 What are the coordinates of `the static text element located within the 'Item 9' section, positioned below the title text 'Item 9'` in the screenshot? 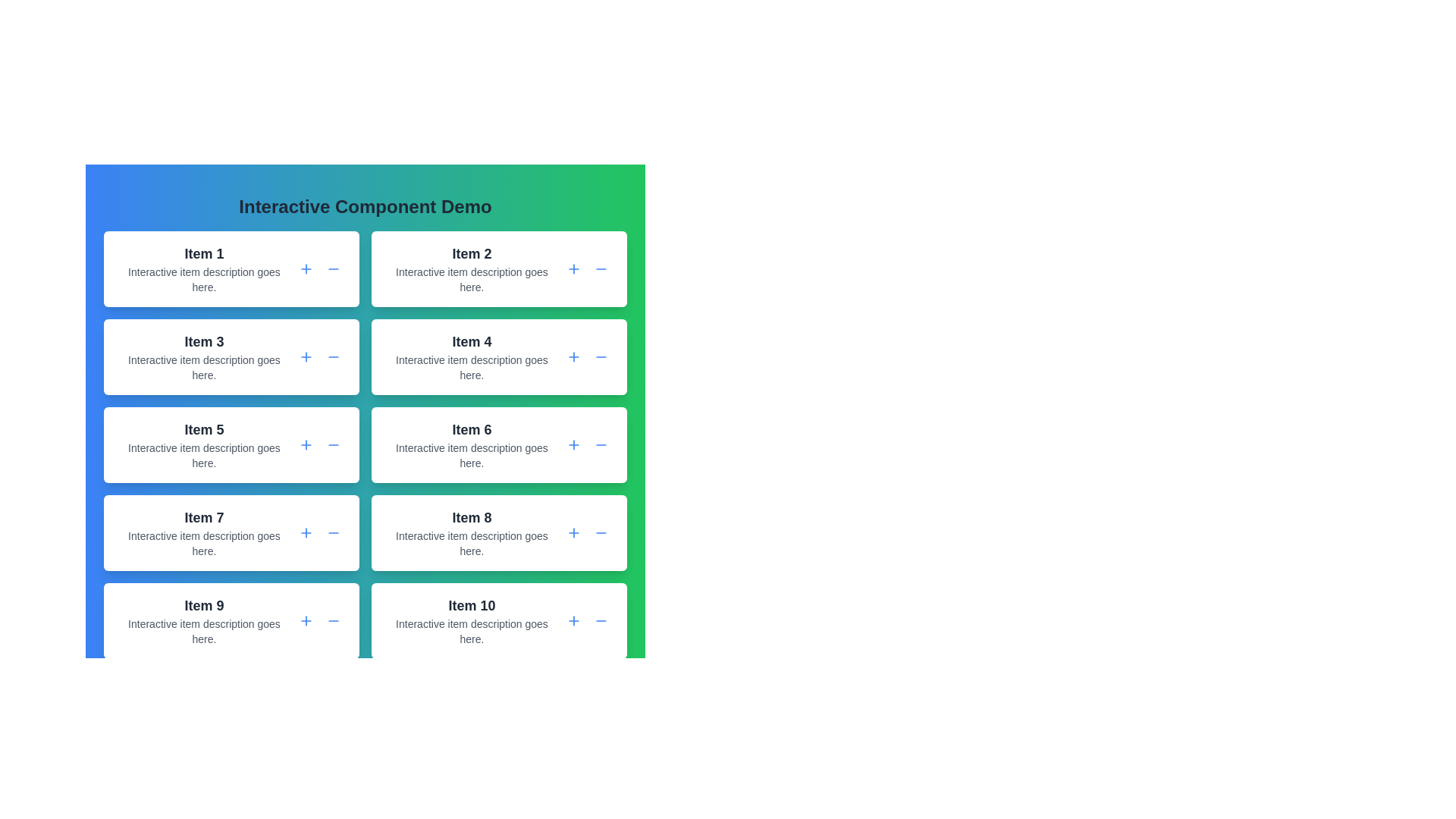 It's located at (203, 632).